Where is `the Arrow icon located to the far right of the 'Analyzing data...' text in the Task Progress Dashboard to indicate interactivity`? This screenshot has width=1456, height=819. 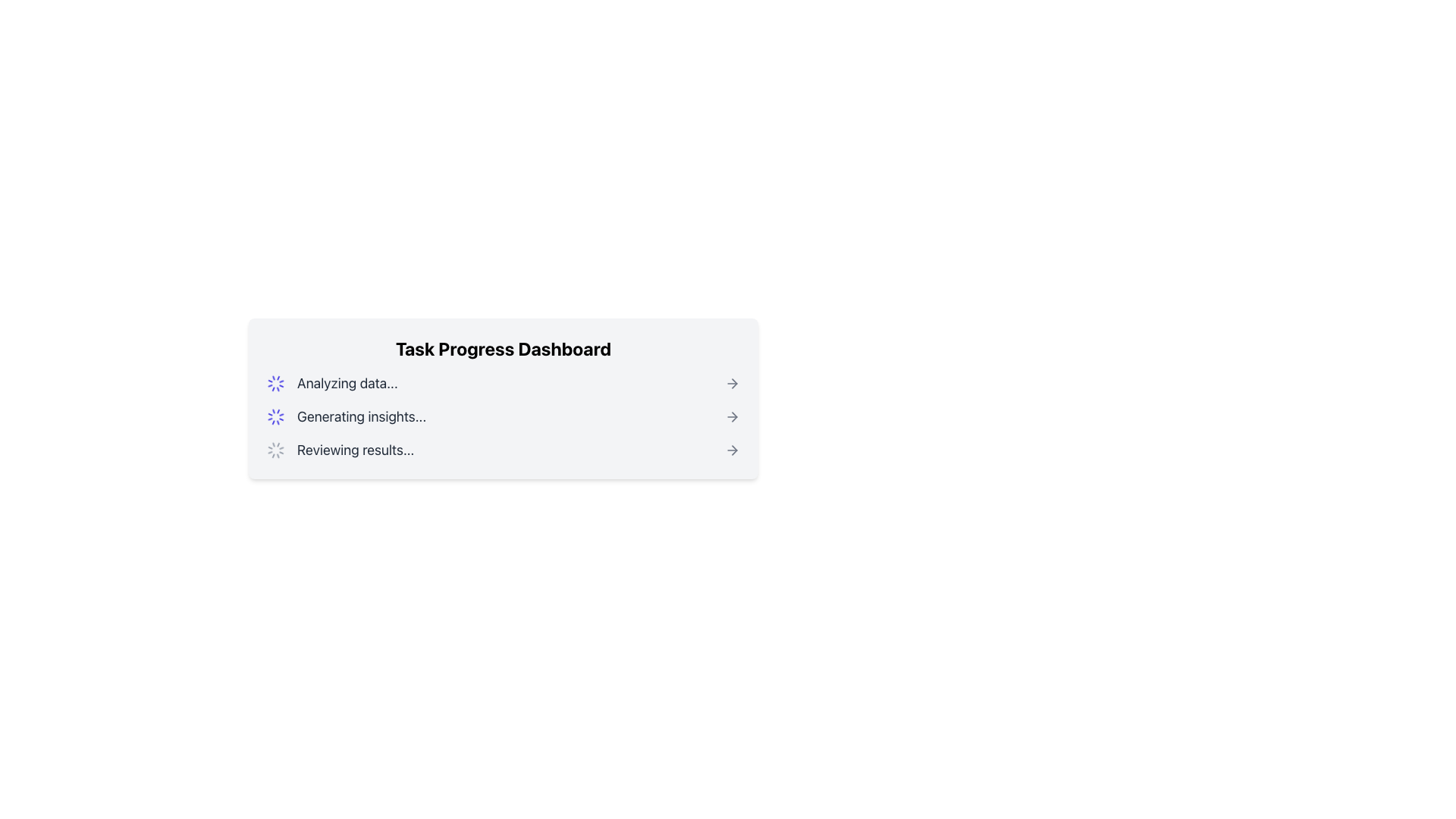 the Arrow icon located to the far right of the 'Analyzing data...' text in the Task Progress Dashboard to indicate interactivity is located at coordinates (732, 382).